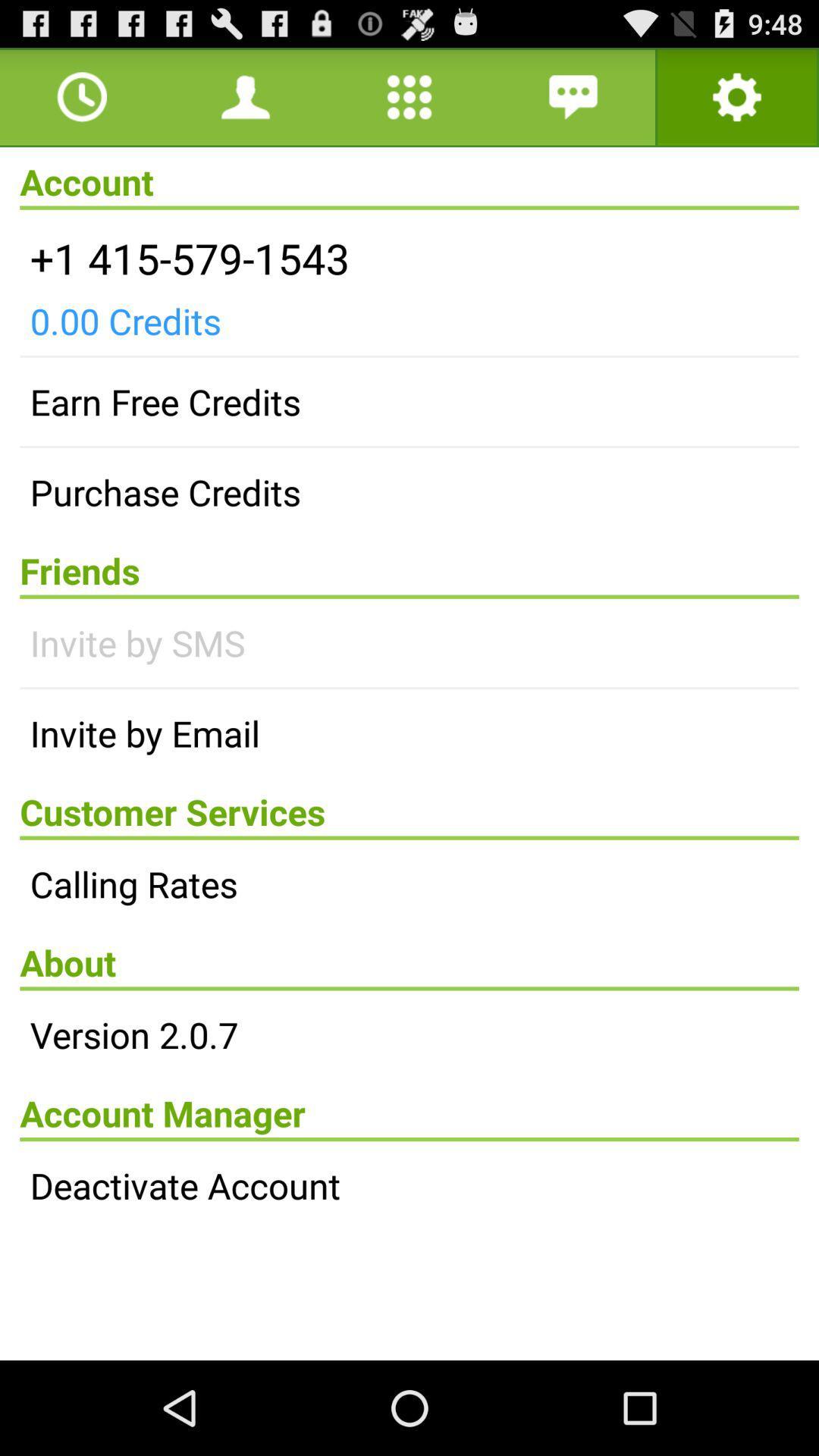 Image resolution: width=819 pixels, height=1456 pixels. I want to click on earn free credits, so click(409, 401).